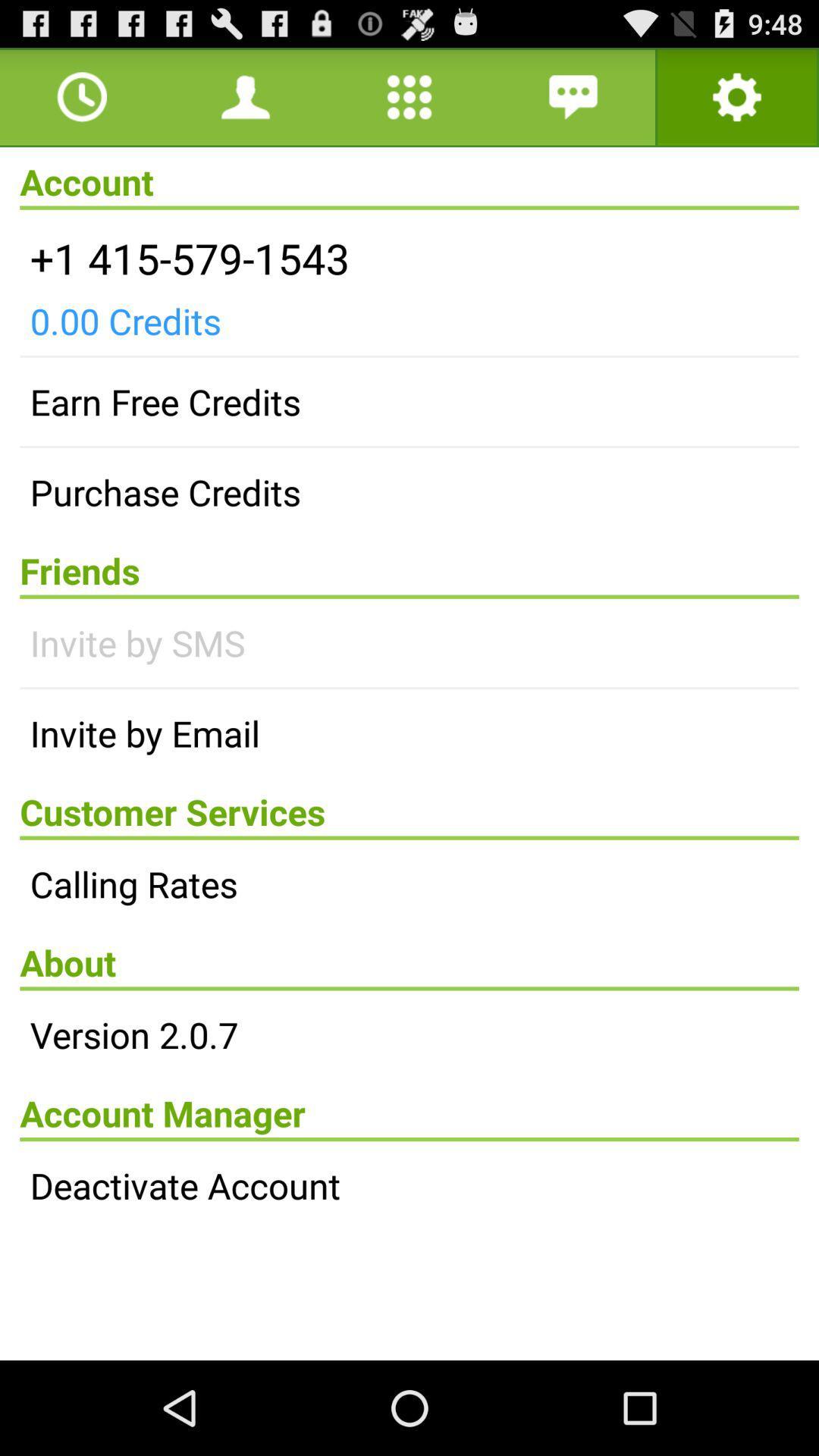 Image resolution: width=819 pixels, height=1456 pixels. I want to click on earn free credits, so click(409, 401).